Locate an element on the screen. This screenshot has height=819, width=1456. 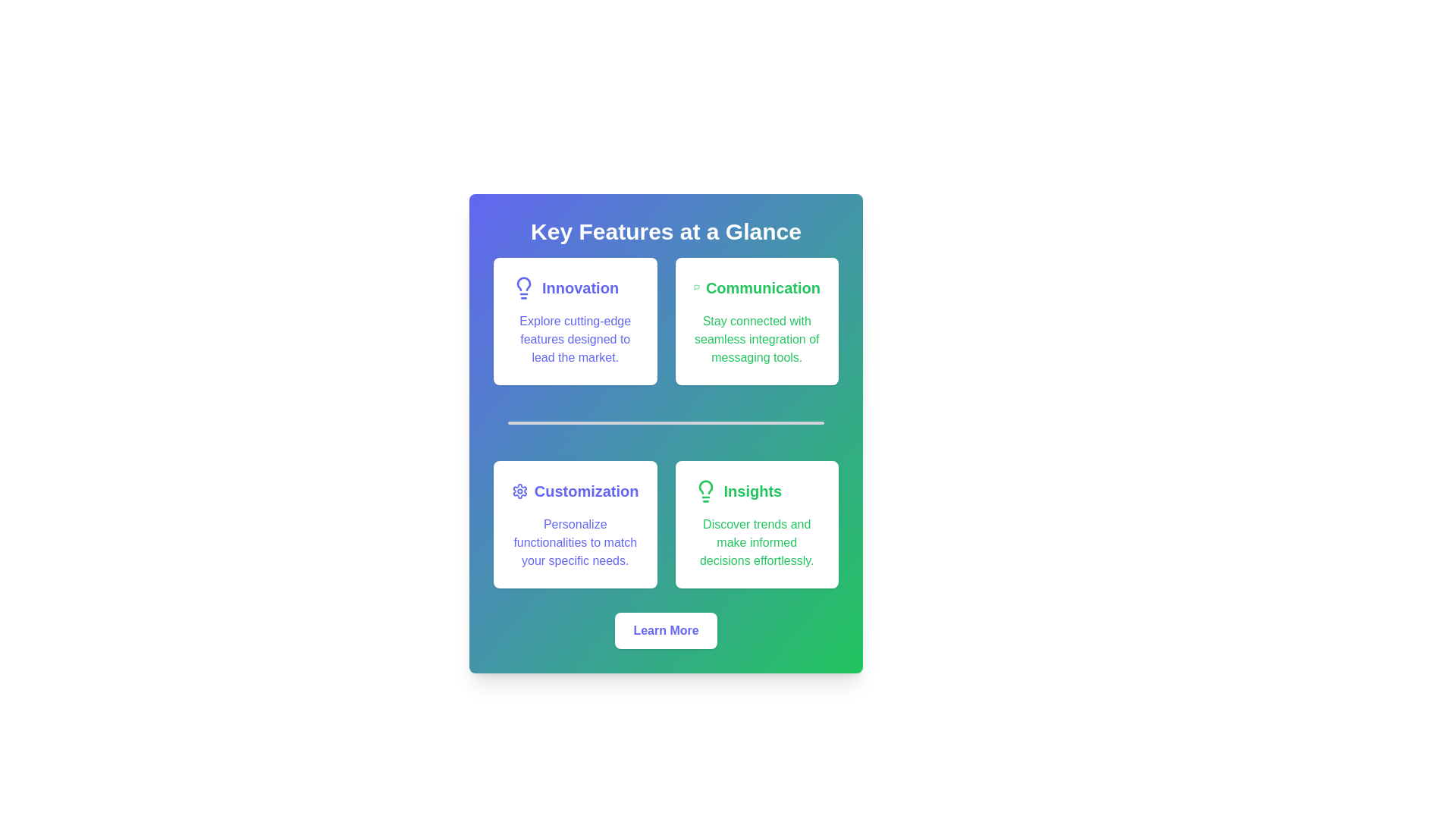
the informational text block located in the 'Communication' card, which is the second textual element below the title 'Communication' is located at coordinates (757, 338).